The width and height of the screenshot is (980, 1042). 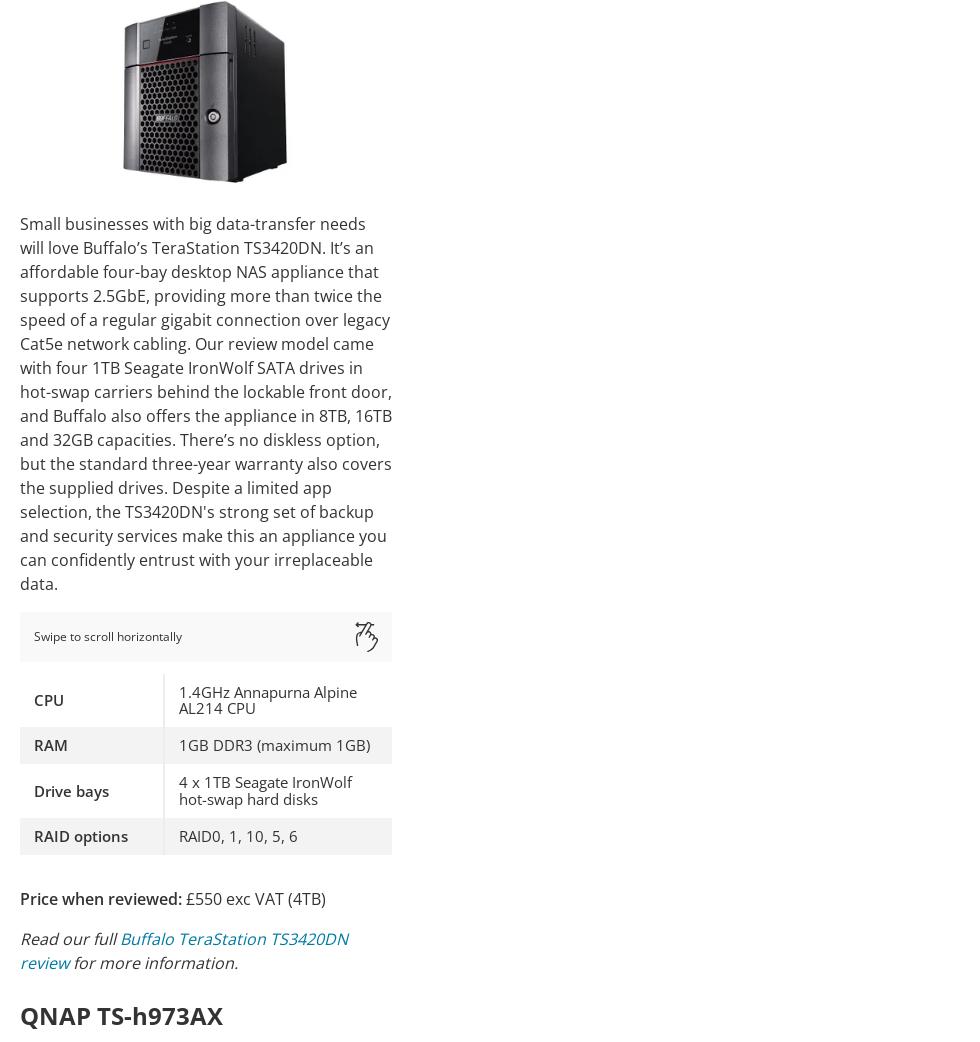 I want to click on 'RAID options', so click(x=81, y=834).